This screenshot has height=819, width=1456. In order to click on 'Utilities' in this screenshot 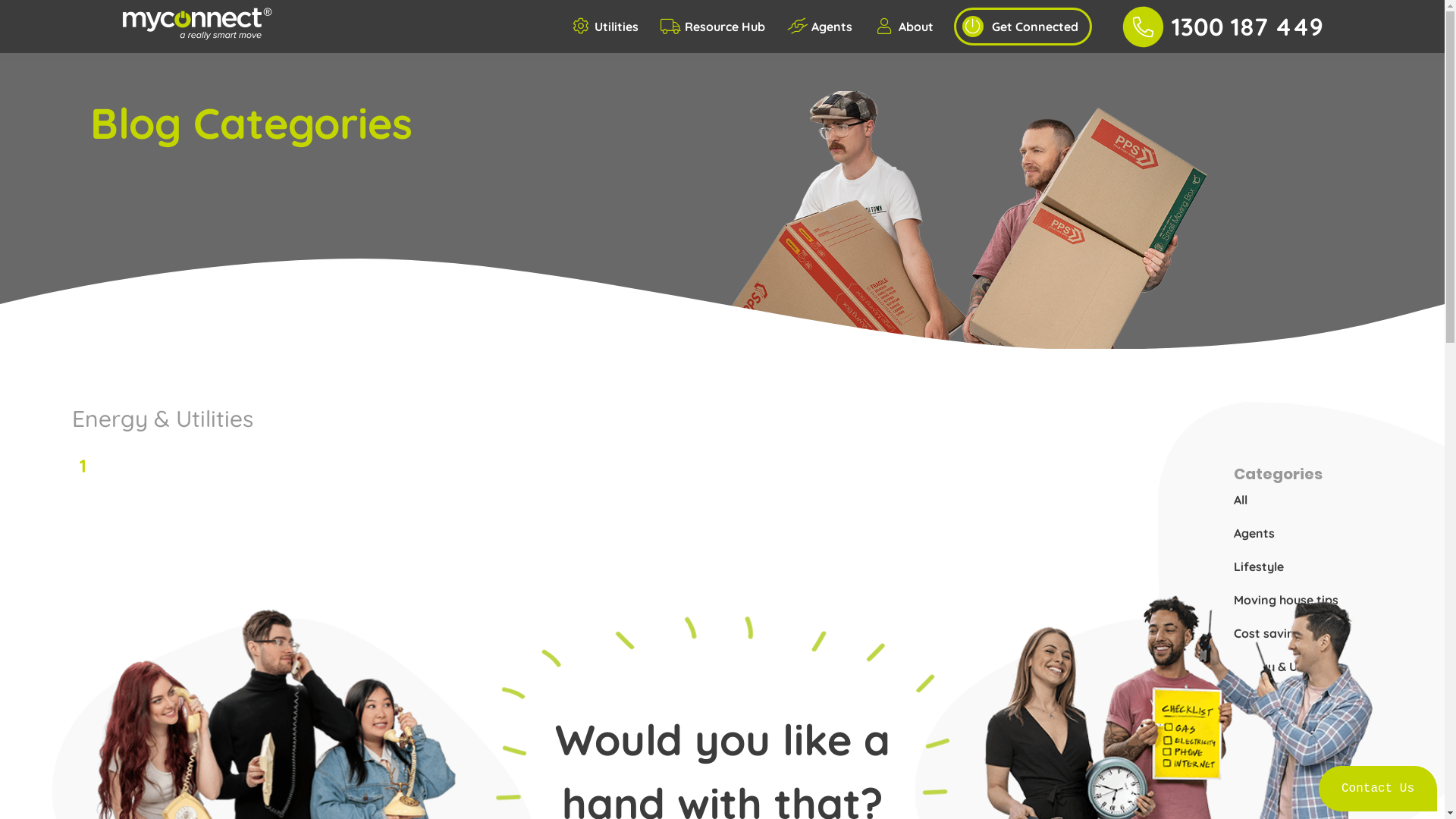, I will do `click(605, 26)`.